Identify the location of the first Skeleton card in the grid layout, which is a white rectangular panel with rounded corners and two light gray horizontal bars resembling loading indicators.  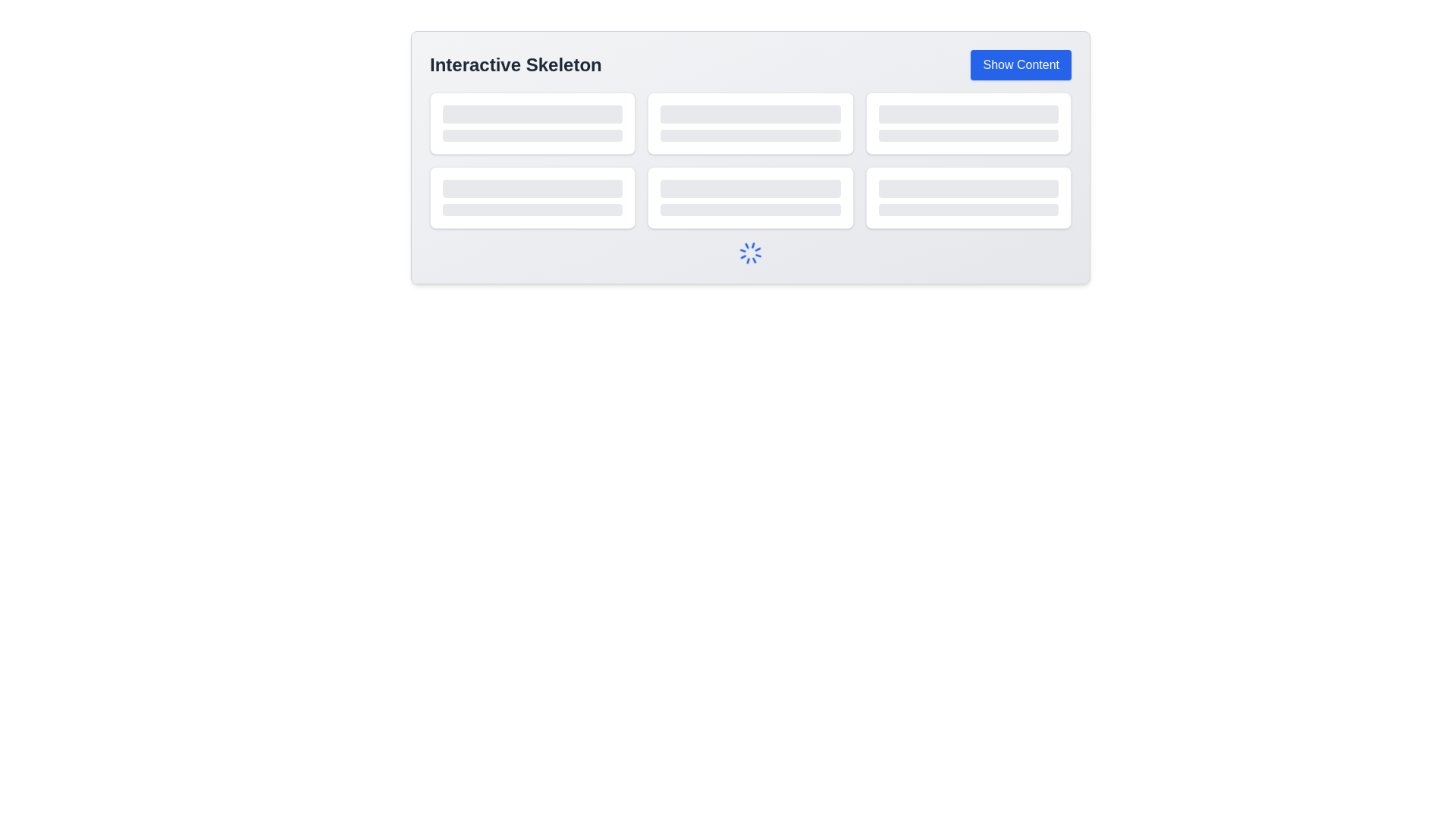
(532, 122).